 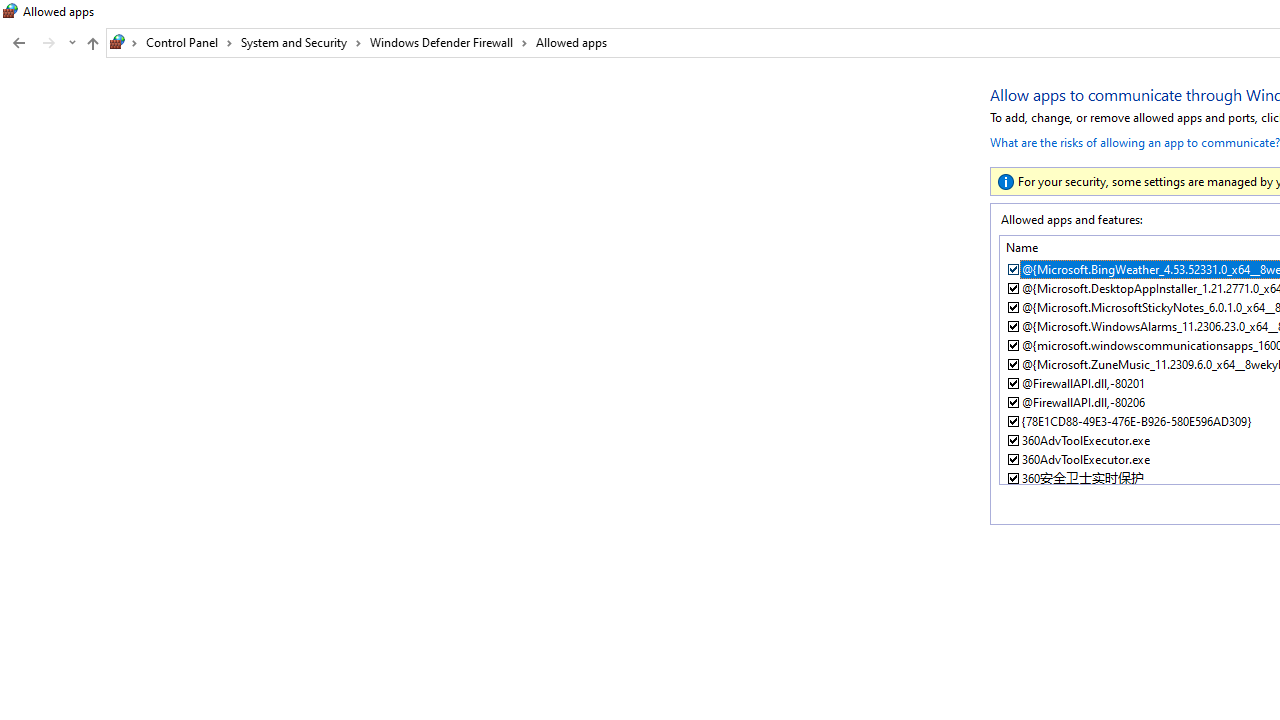 I want to click on 'Navigation buttons', so click(x=42, y=43).